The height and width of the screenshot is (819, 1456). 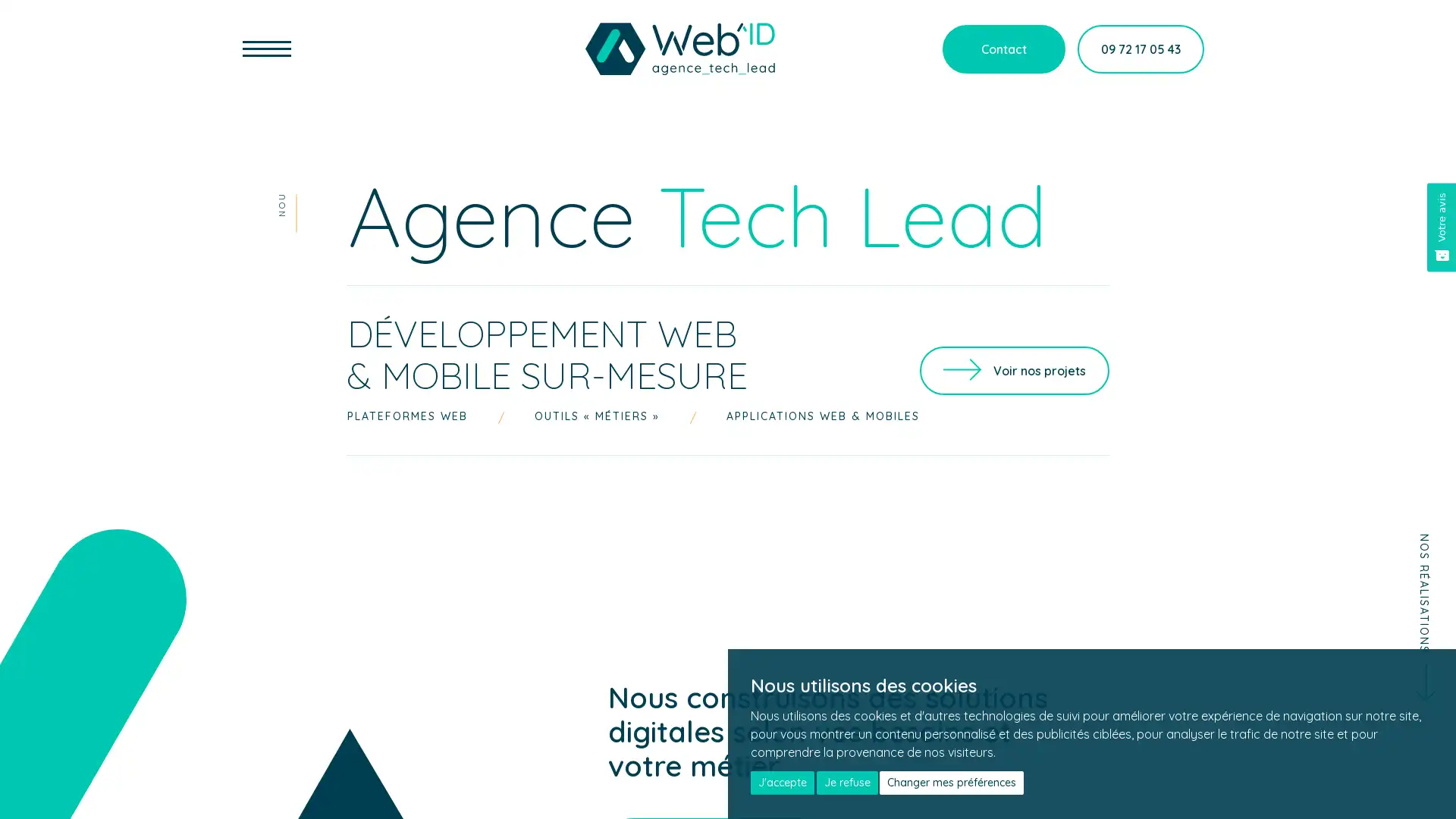 What do you see at coordinates (846, 782) in the screenshot?
I see `Je refuse` at bounding box center [846, 782].